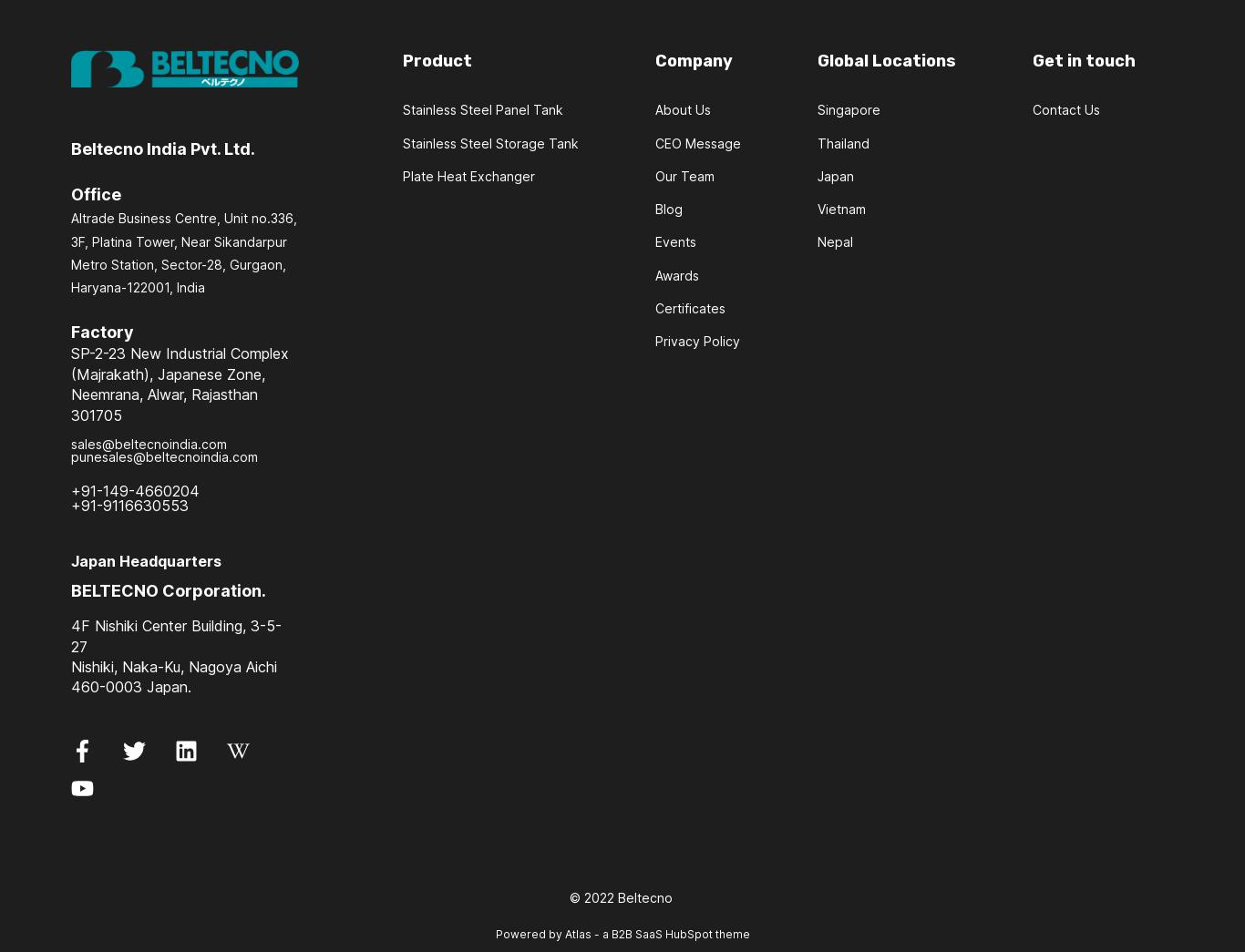 Image resolution: width=1245 pixels, height=952 pixels. Describe the element at coordinates (201, 456) in the screenshot. I see `'beltecnoindia.com'` at that location.